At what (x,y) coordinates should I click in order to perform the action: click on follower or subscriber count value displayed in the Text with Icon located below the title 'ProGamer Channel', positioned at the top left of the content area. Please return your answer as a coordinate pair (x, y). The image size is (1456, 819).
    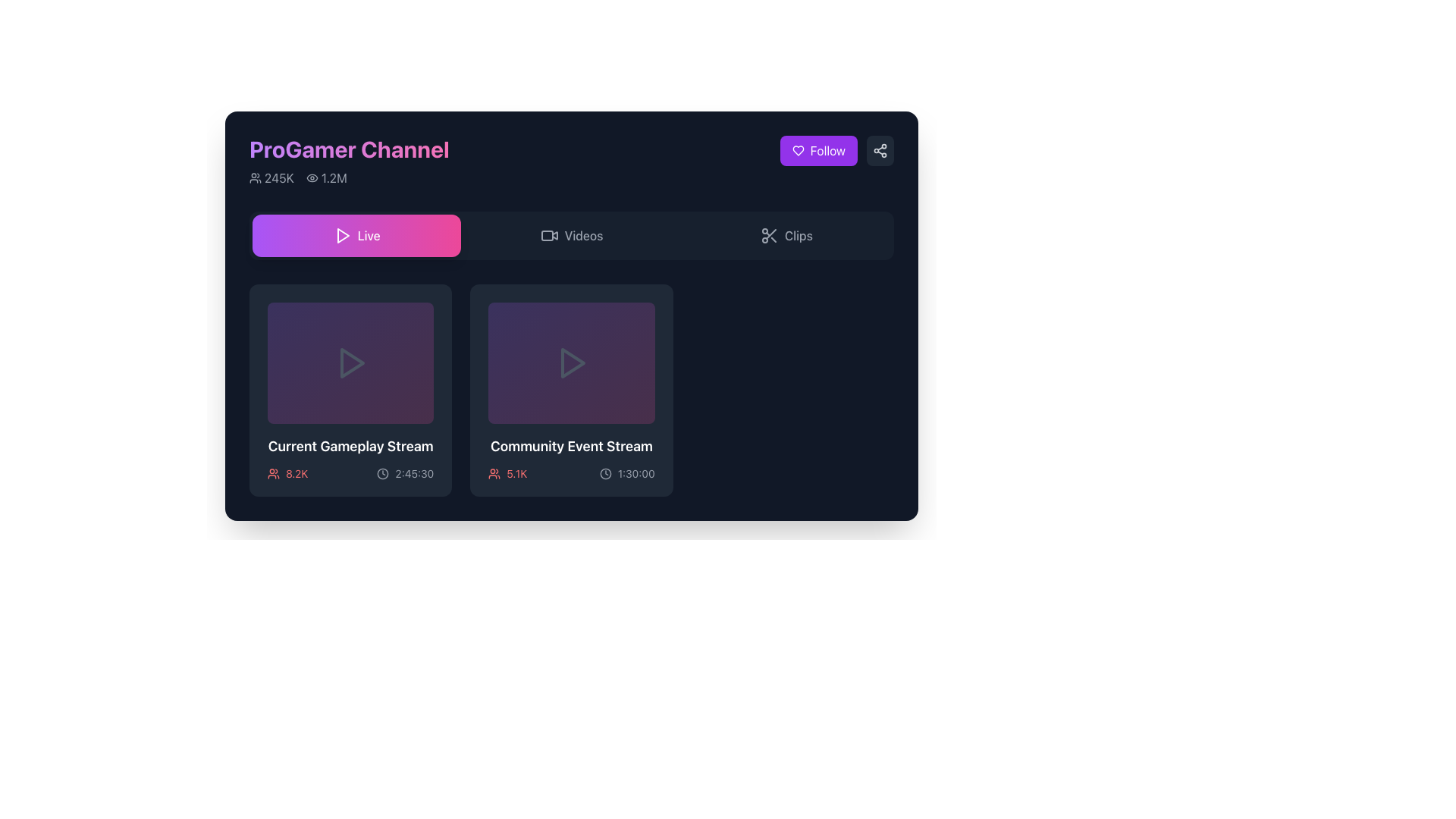
    Looking at the image, I should click on (271, 177).